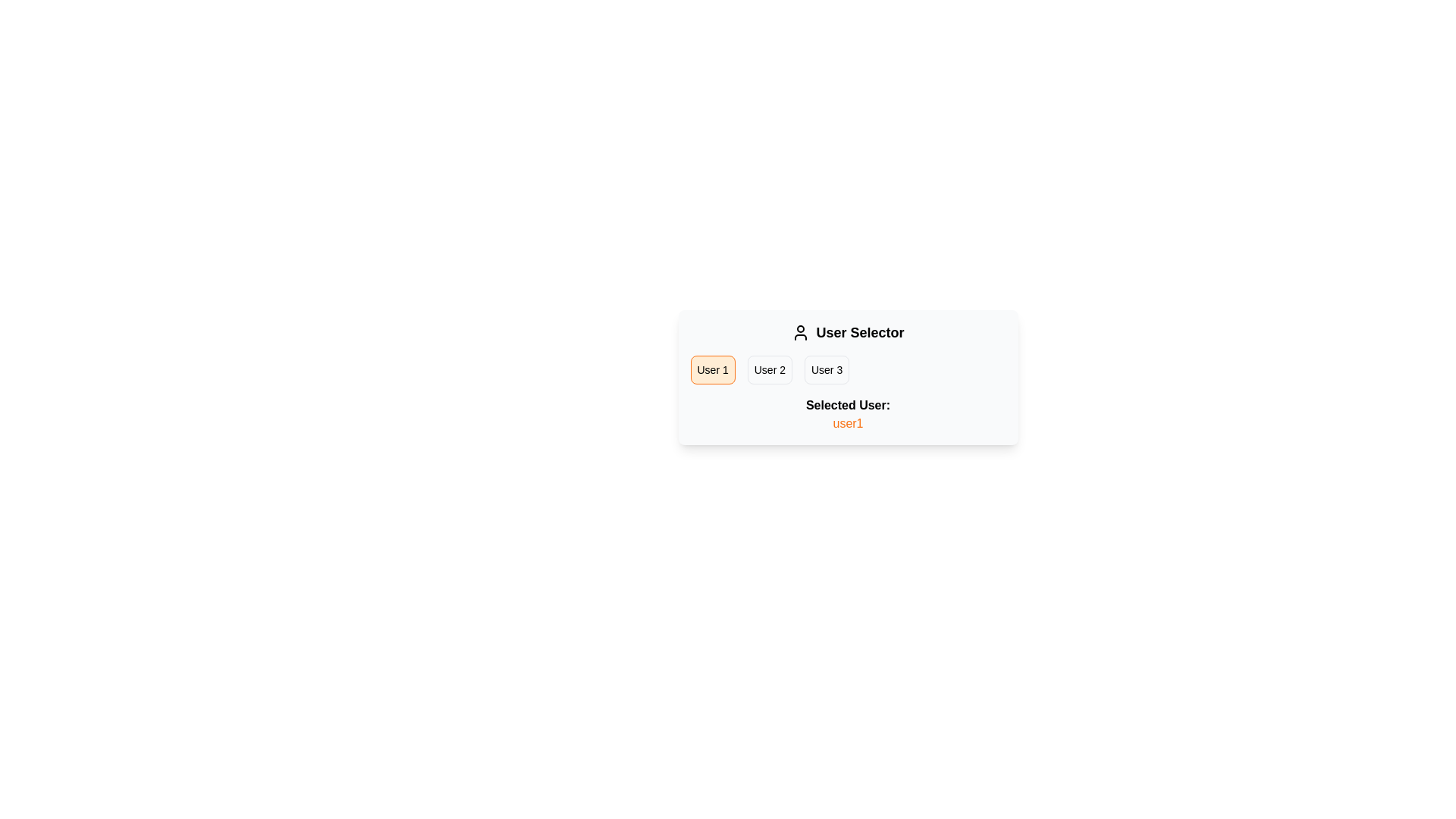 The width and height of the screenshot is (1456, 819). What do you see at coordinates (770, 370) in the screenshot?
I see `the button labeled 'User 2'` at bounding box center [770, 370].